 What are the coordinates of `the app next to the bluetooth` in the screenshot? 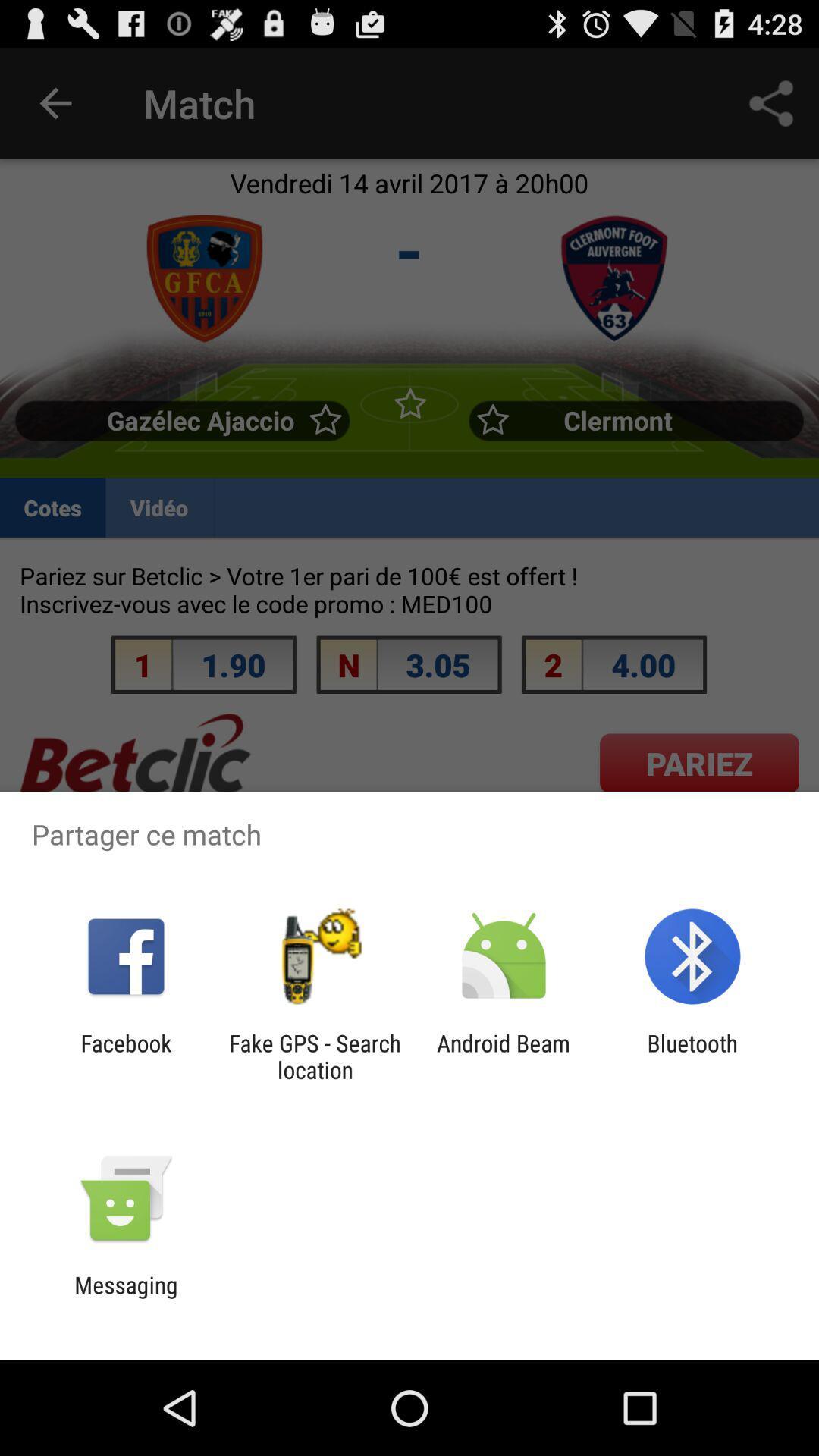 It's located at (504, 1056).